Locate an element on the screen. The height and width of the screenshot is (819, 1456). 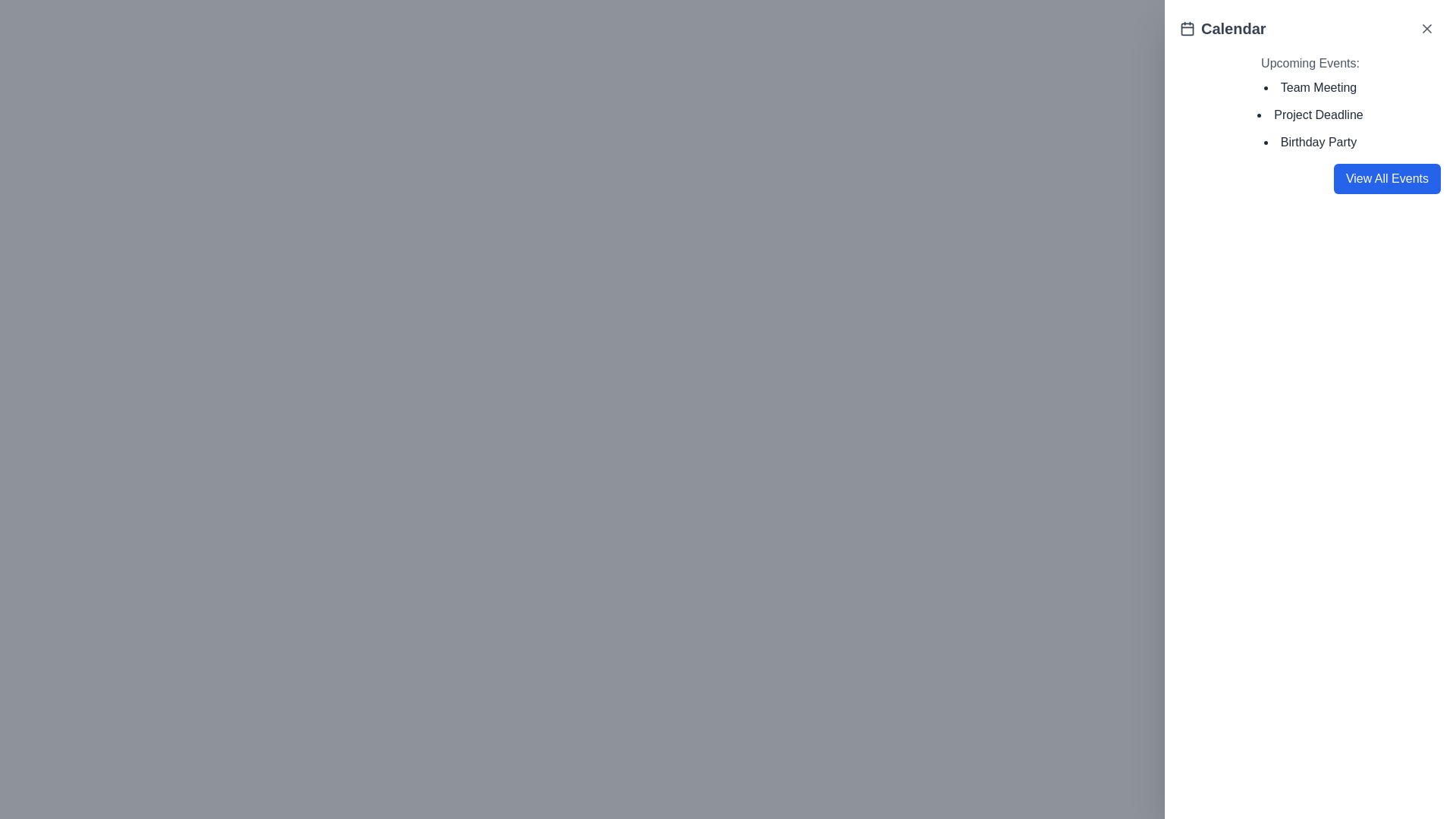
information displayed in the 'Team Meeting' text label, which is styled in dark gray and is the first item under the 'Upcoming Events' heading in the calendar interface is located at coordinates (1310, 87).